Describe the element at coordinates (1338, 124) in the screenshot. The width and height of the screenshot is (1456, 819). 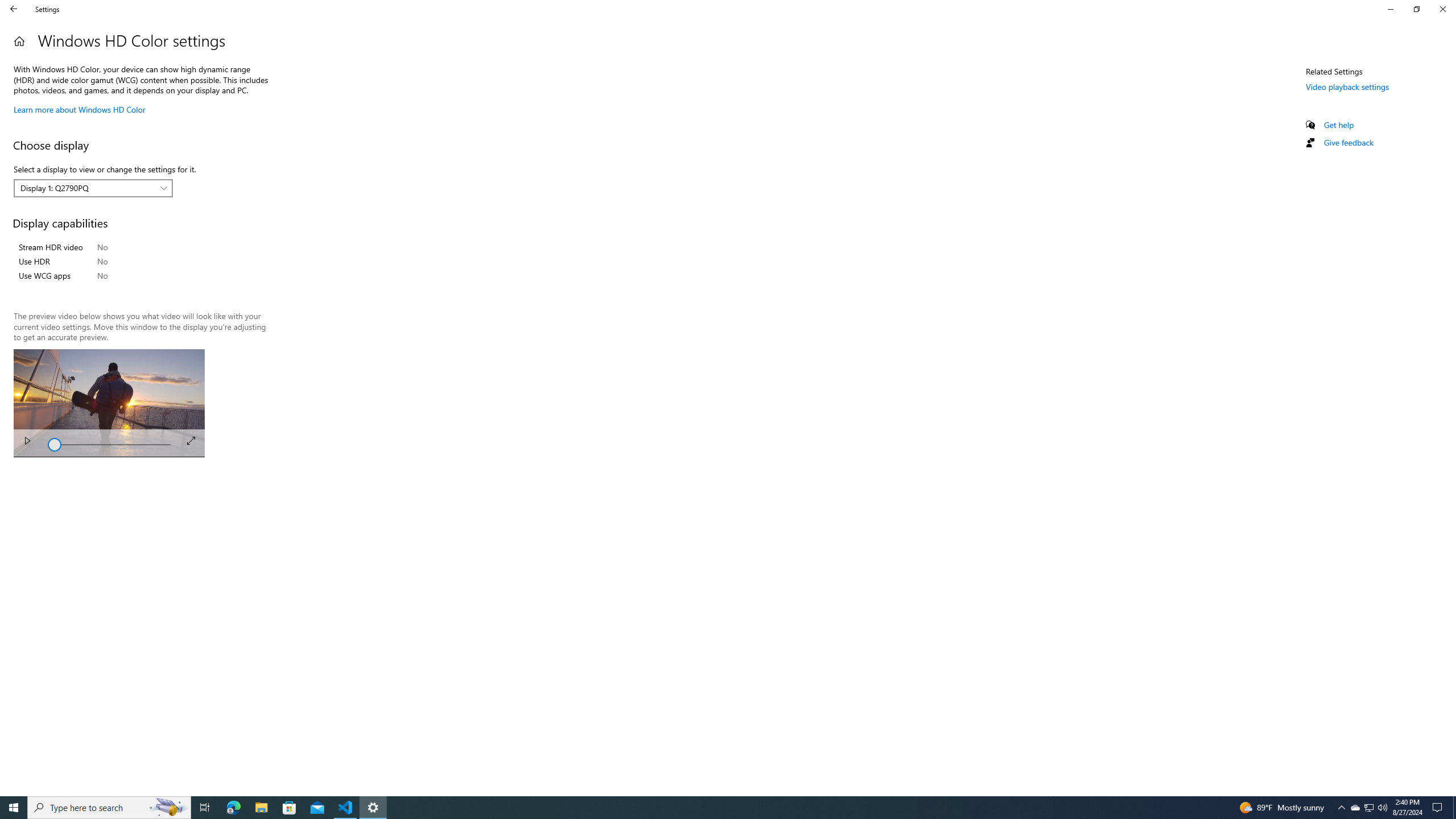
I see `'Get help'` at that location.